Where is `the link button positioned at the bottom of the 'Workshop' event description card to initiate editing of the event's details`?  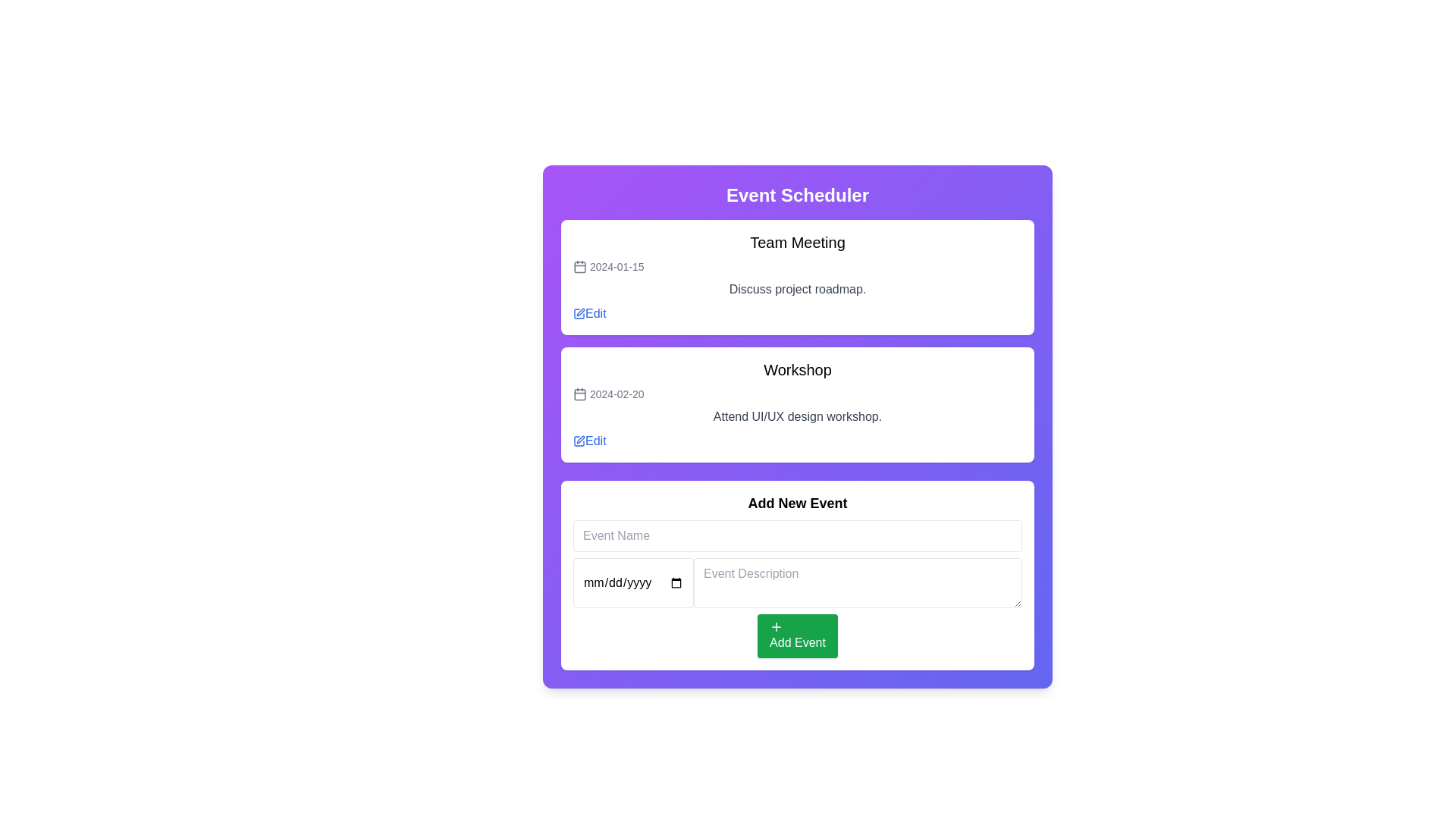 the link button positioned at the bottom of the 'Workshop' event description card to initiate editing of the event's details is located at coordinates (588, 441).